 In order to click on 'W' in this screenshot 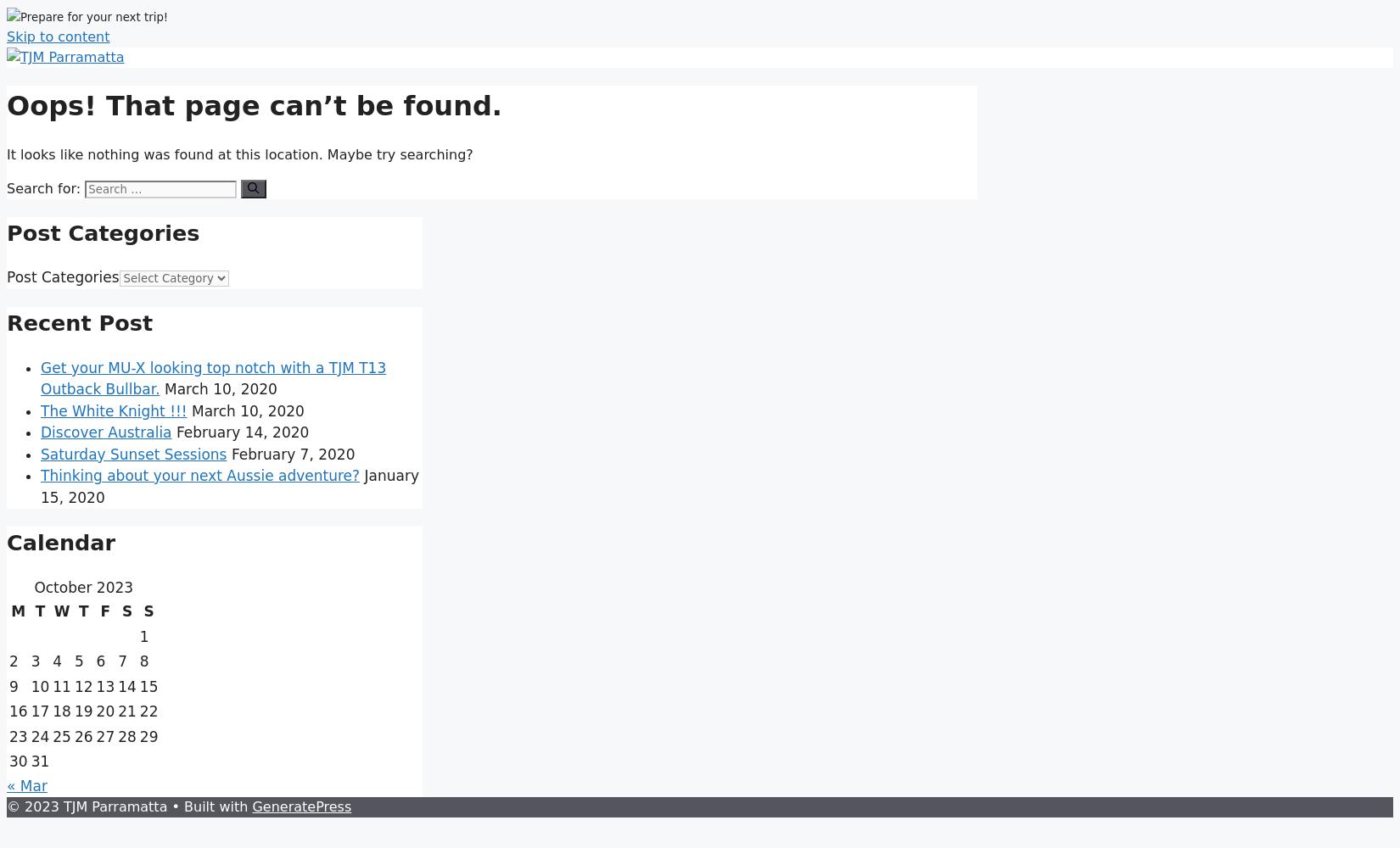, I will do `click(61, 611)`.